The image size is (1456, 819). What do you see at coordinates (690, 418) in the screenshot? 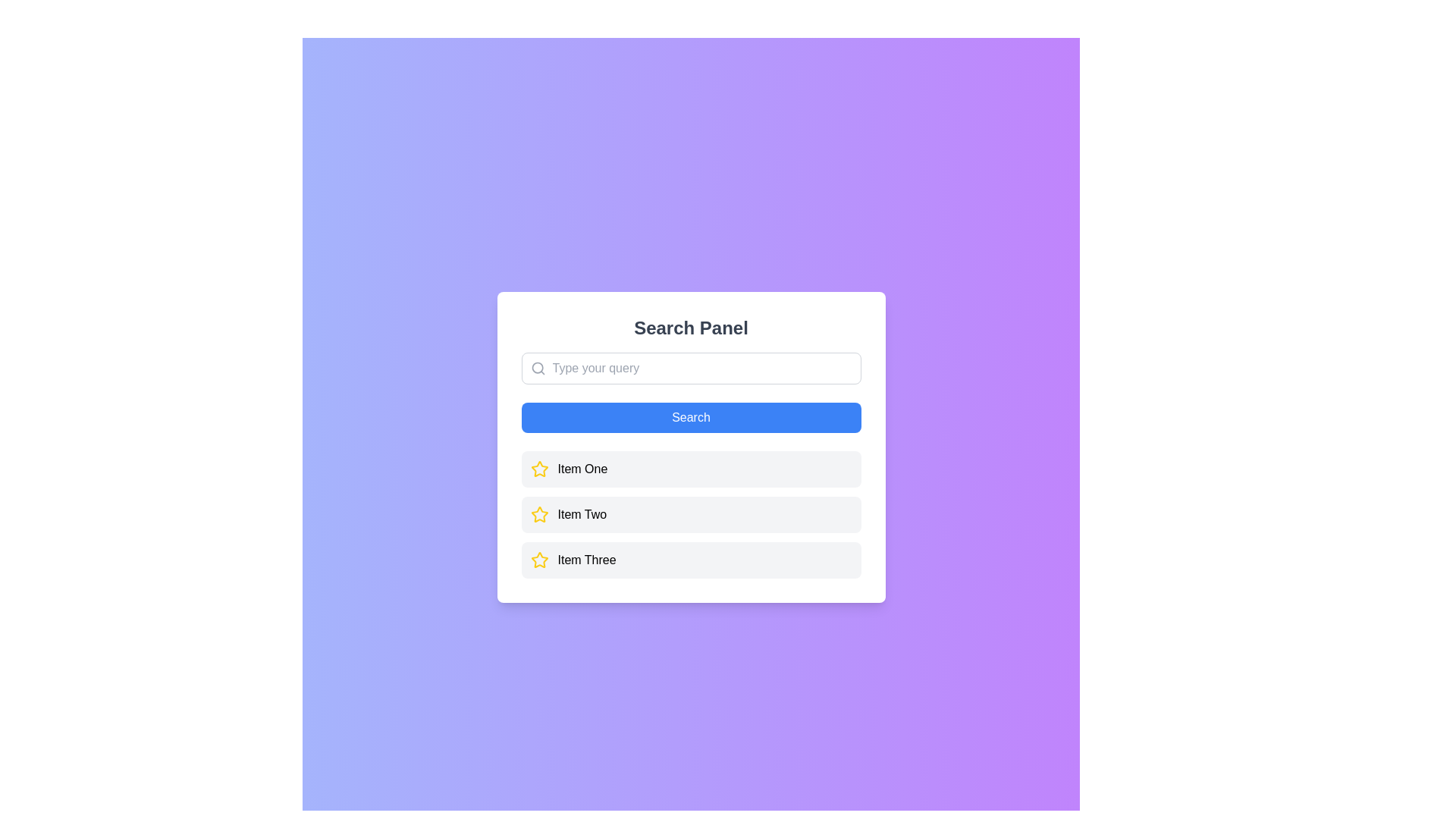
I see `the rectangular 'Search' button with a blue background and rounded corners located in the 'Search Panel'` at bounding box center [690, 418].